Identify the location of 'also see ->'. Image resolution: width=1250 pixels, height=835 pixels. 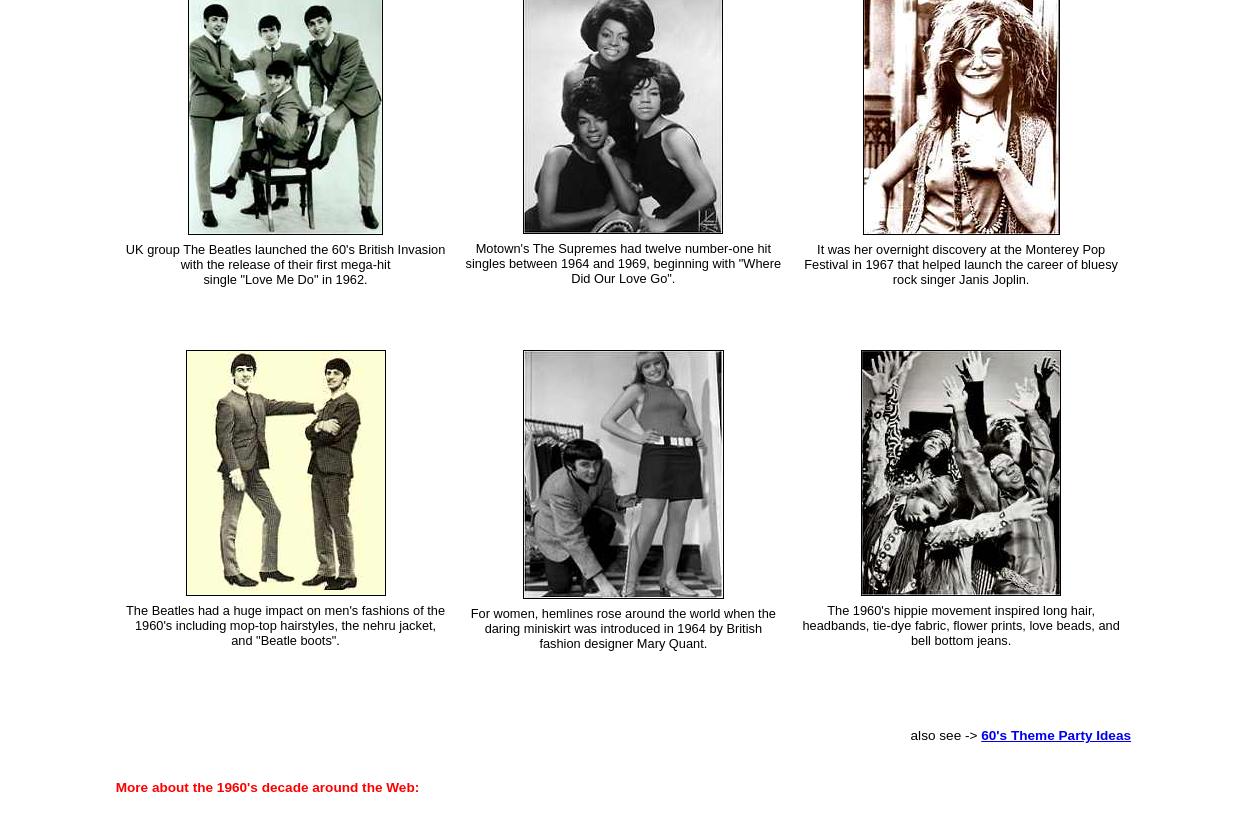
(910, 734).